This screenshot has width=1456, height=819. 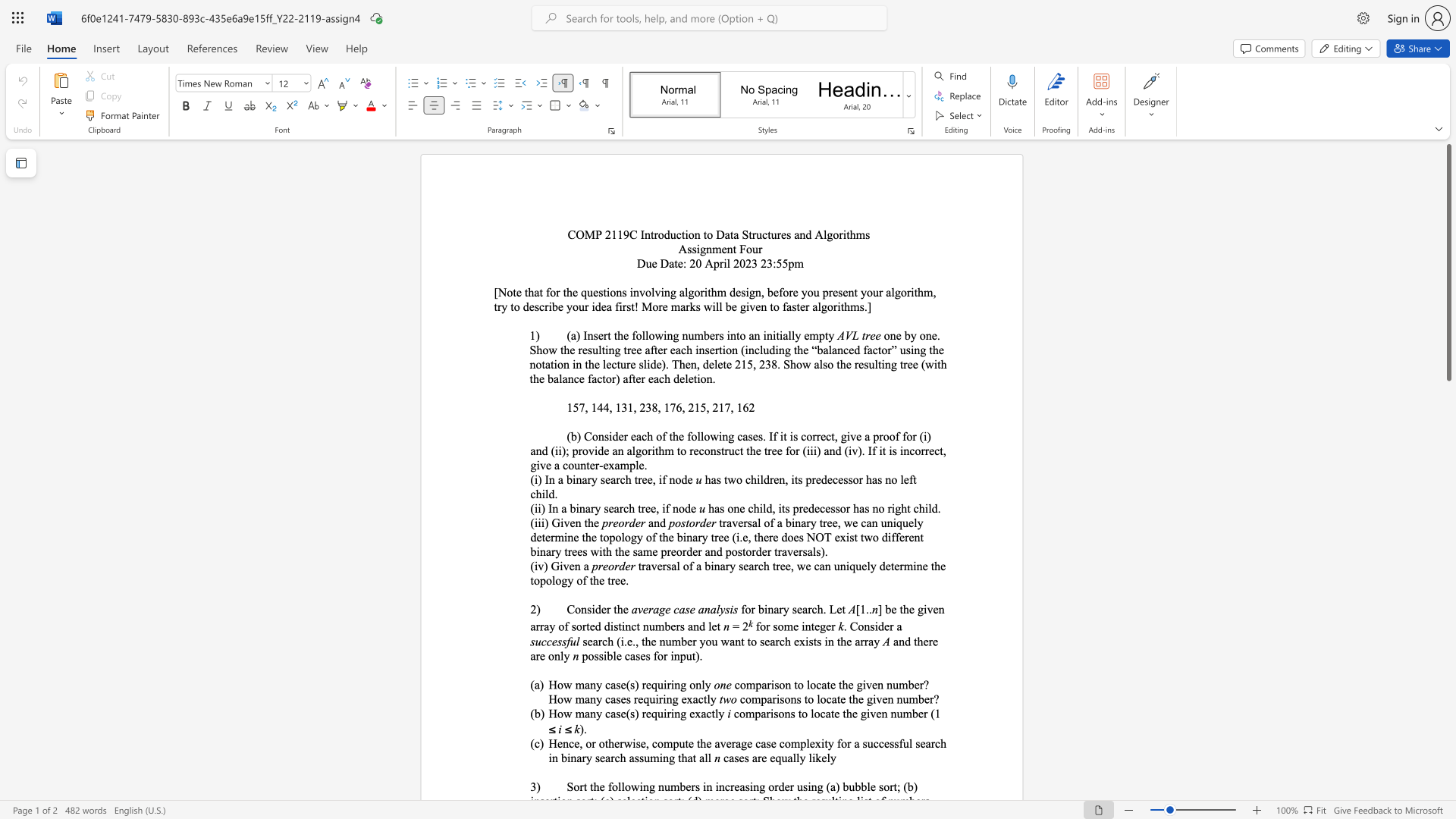 What do you see at coordinates (748, 234) in the screenshot?
I see `the subset text "tructures and Algorit" within the text "COMP 2119C Introduction to Data Structures and Algorithms"` at bounding box center [748, 234].